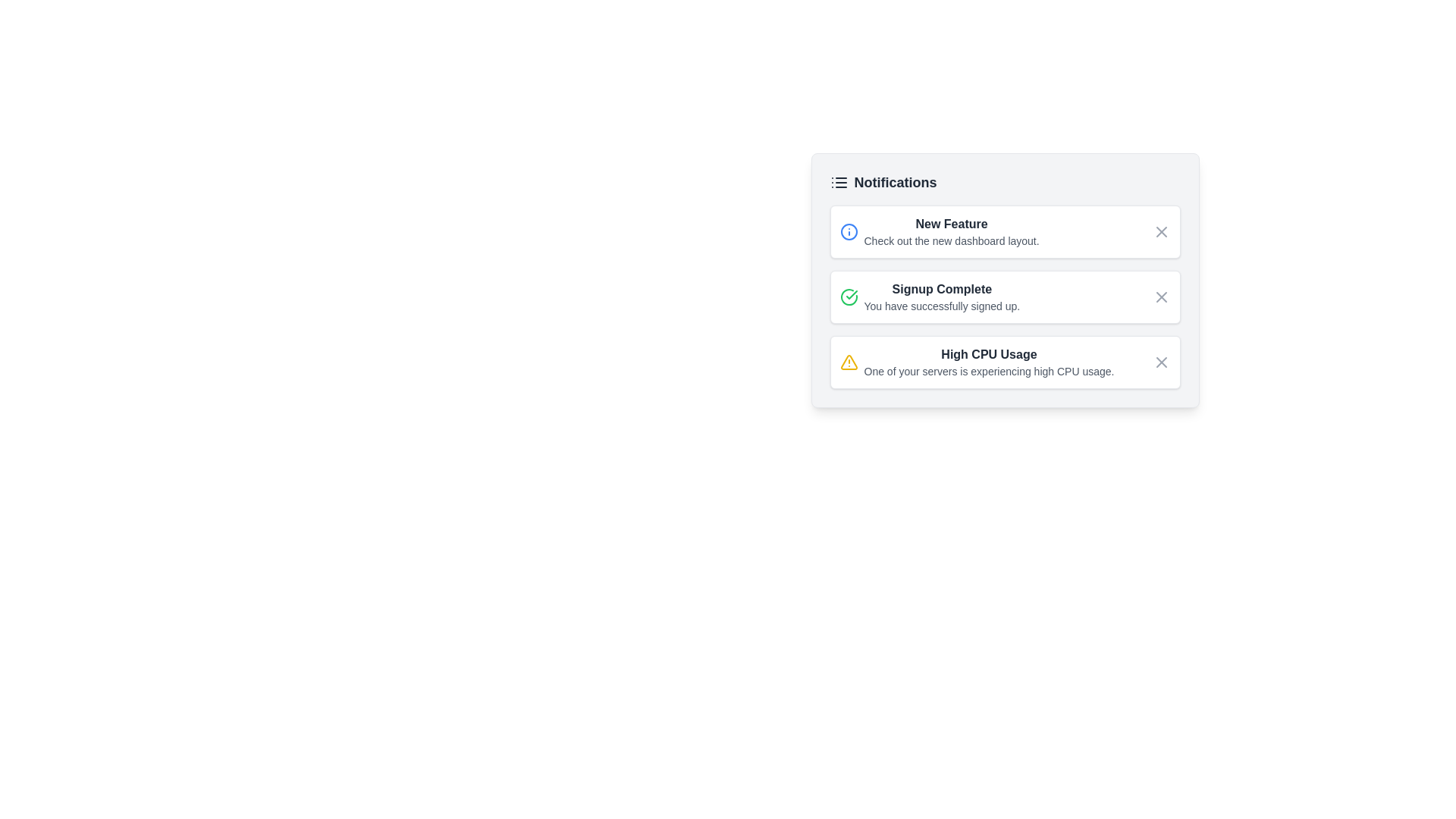  Describe the element at coordinates (951, 231) in the screenshot. I see `the text block displaying the title 'New Feature' and the description 'Check out the new dashboard layout.' within the notification card` at that location.